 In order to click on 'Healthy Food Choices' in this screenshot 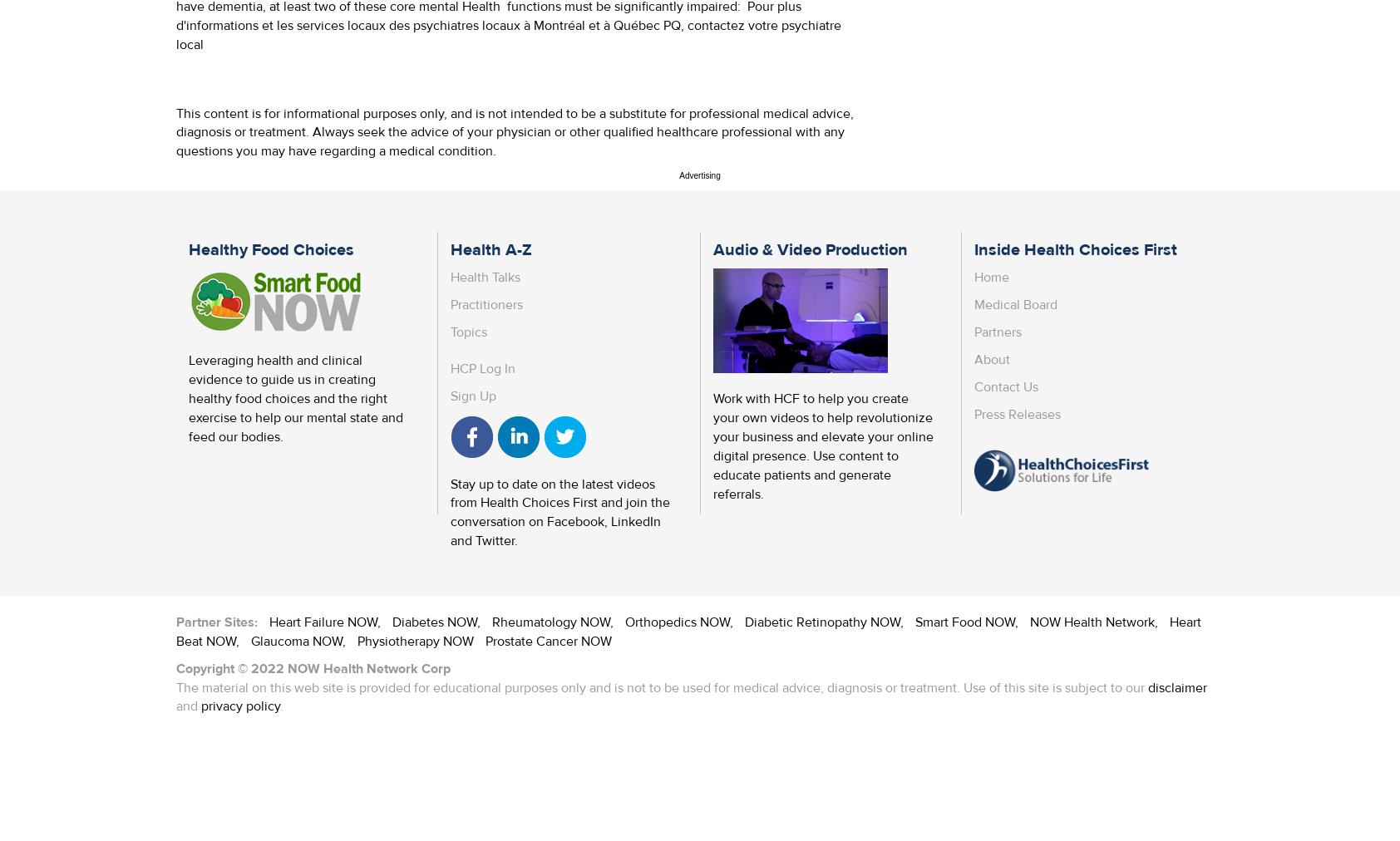, I will do `click(271, 248)`.